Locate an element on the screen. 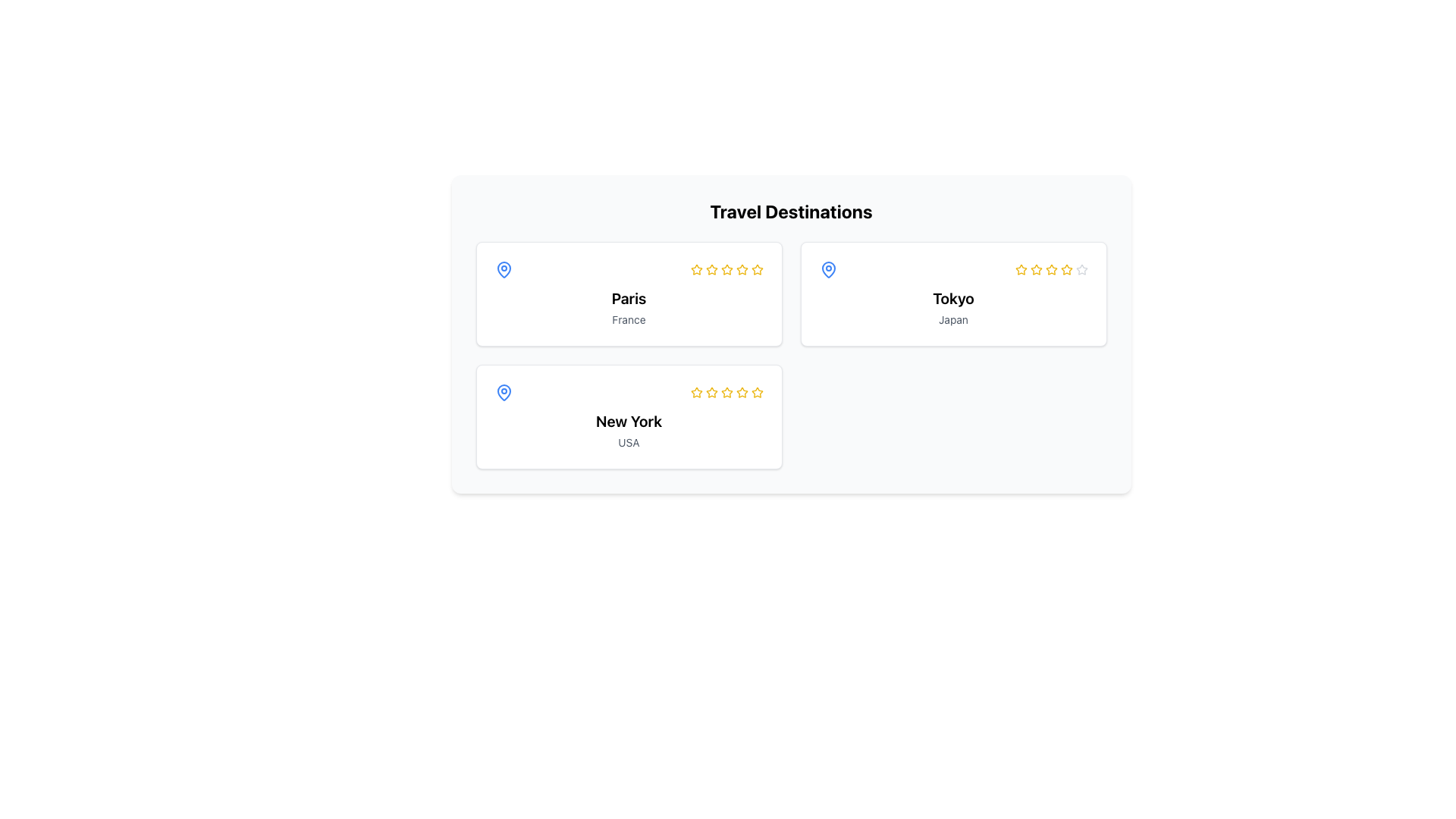 This screenshot has width=1456, height=819. the text label indicating the geographical location or destination name in the bottom-left card of the 'Travel Destinations' grid layout, located centrally above the subtitle 'USA' is located at coordinates (629, 421).